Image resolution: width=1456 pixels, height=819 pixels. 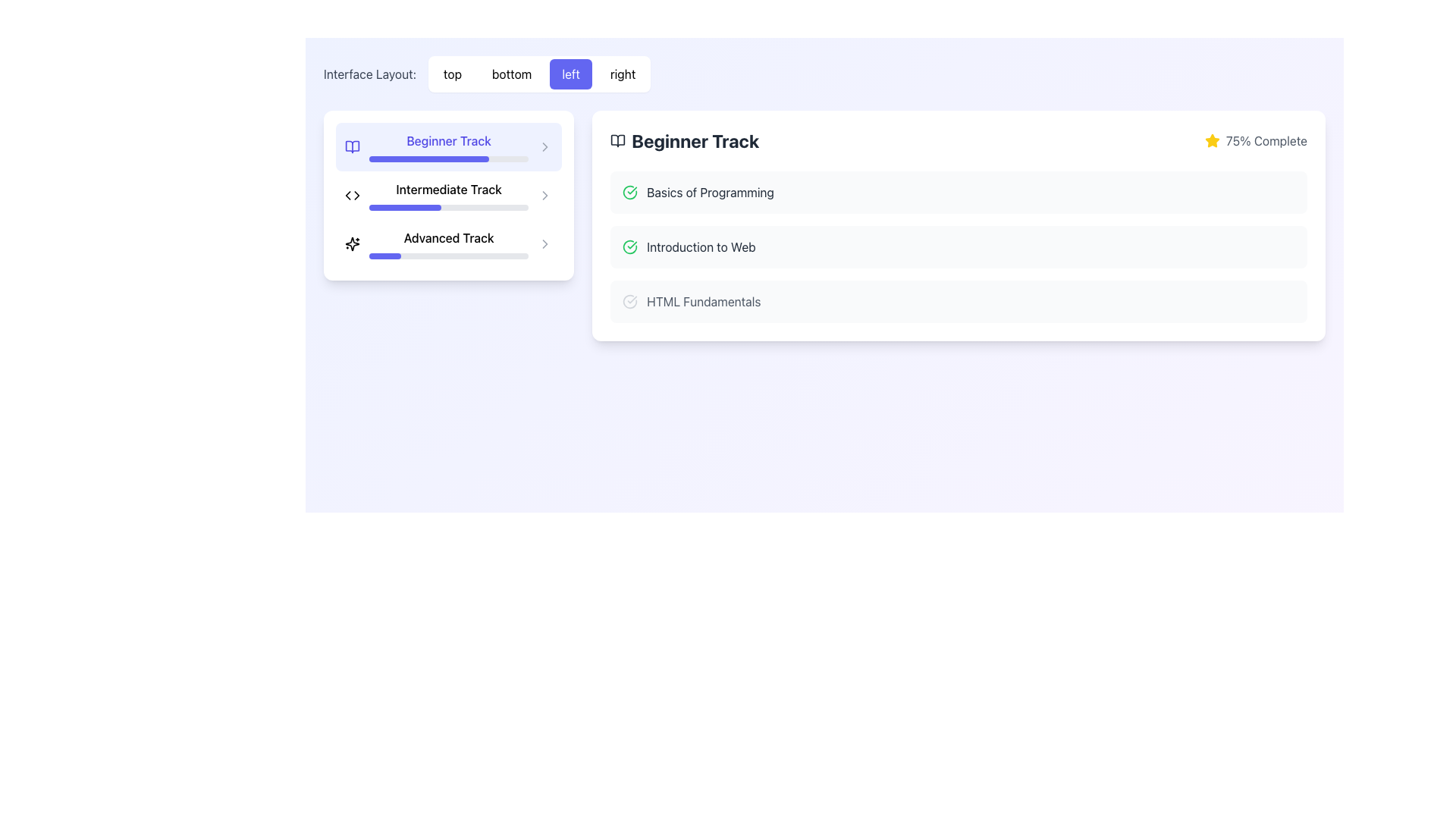 I want to click on text label displaying 'Introduction to Web' which is styled in dark gray and located in the 'Beginner Track' list, positioned to the right of a green checkmark icon, so click(x=701, y=246).